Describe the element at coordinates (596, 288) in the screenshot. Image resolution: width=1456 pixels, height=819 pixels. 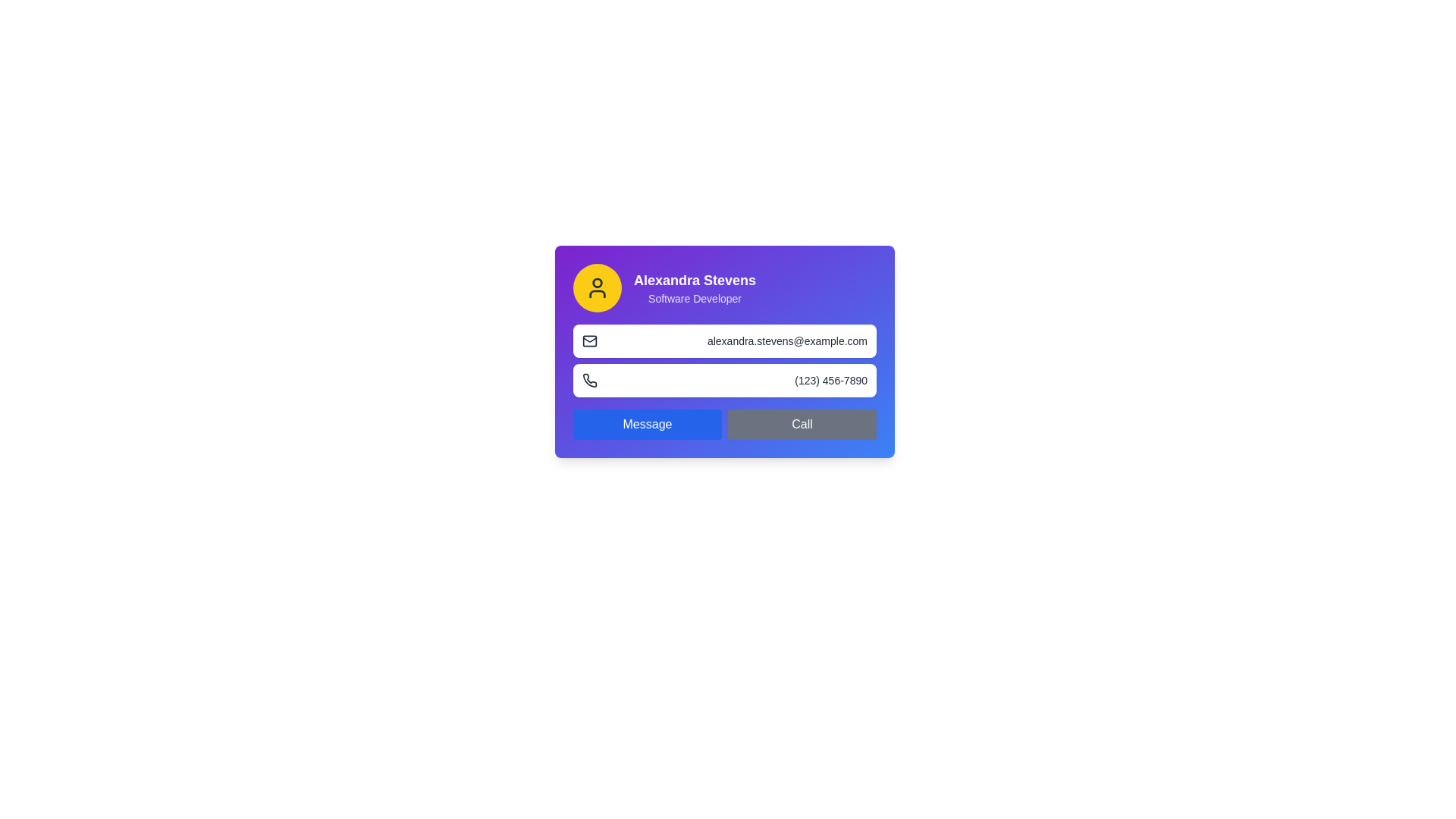
I see `the user avatar icon located at the top-left section of the profile card` at that location.